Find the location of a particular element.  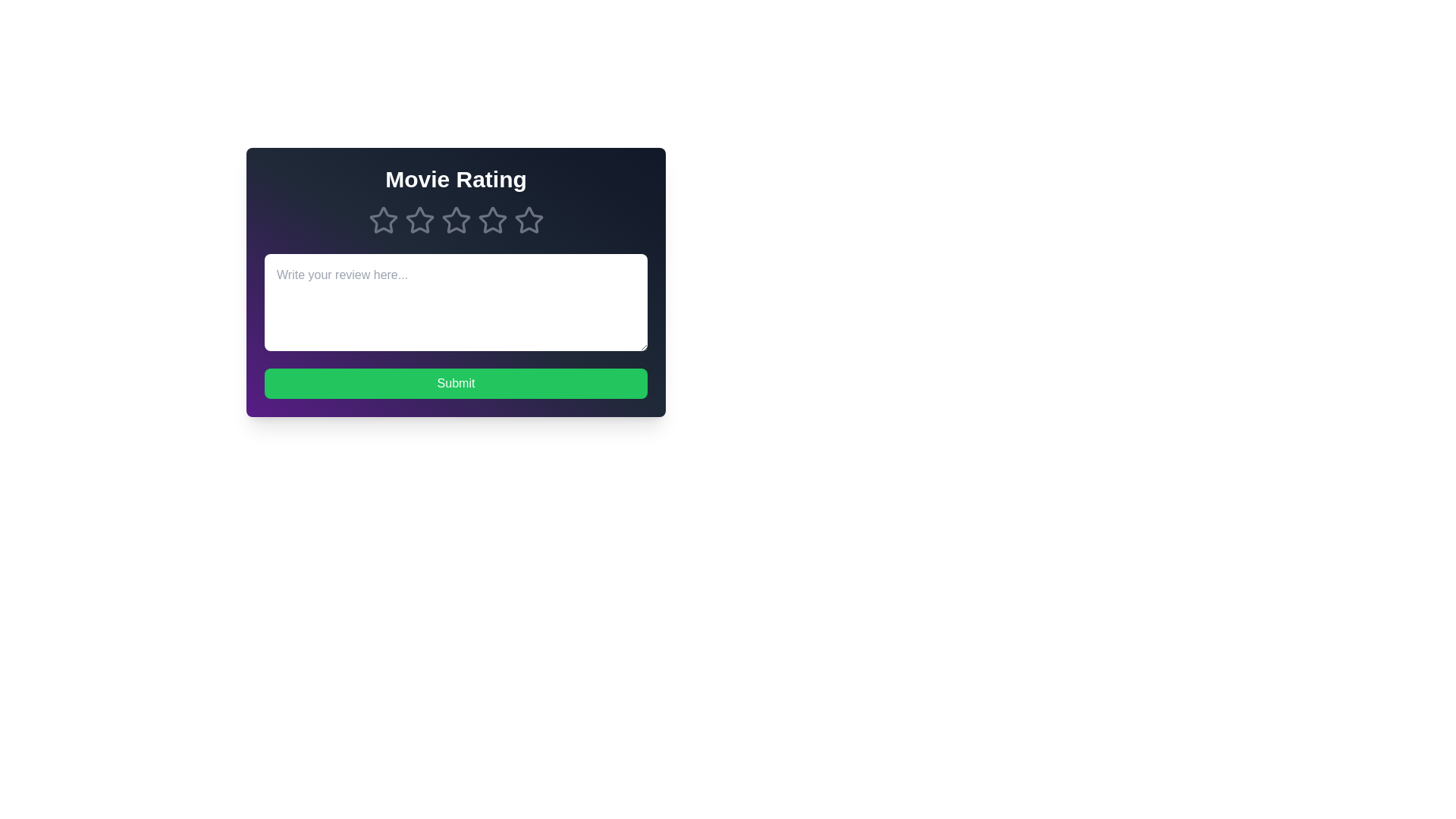

the star corresponding to 2 stars to preview the rating is located at coordinates (419, 220).